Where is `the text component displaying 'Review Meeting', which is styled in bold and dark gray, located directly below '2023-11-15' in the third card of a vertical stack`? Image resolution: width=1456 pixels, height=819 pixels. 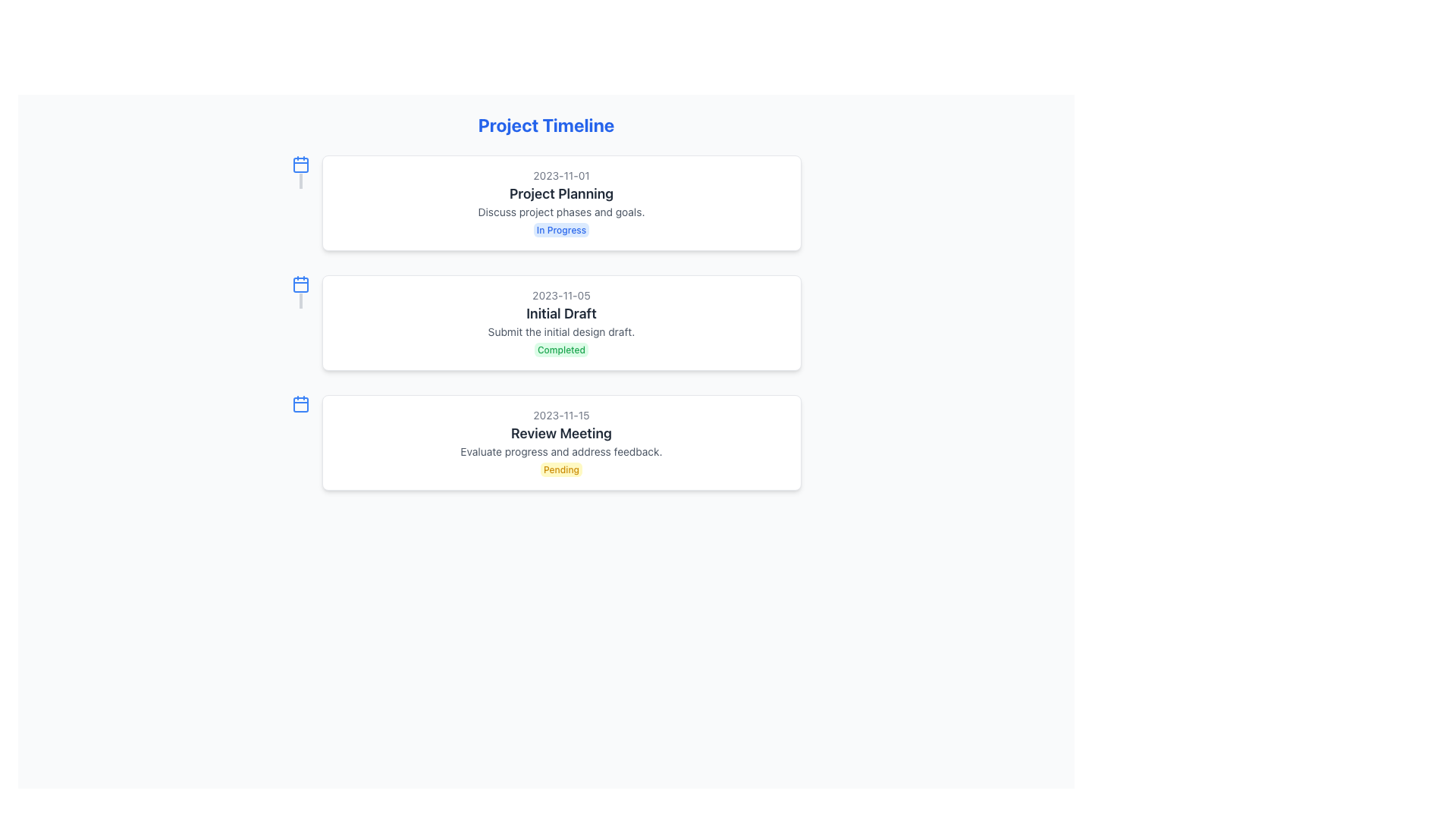
the text component displaying 'Review Meeting', which is styled in bold and dark gray, located directly below '2023-11-15' in the third card of a vertical stack is located at coordinates (560, 433).